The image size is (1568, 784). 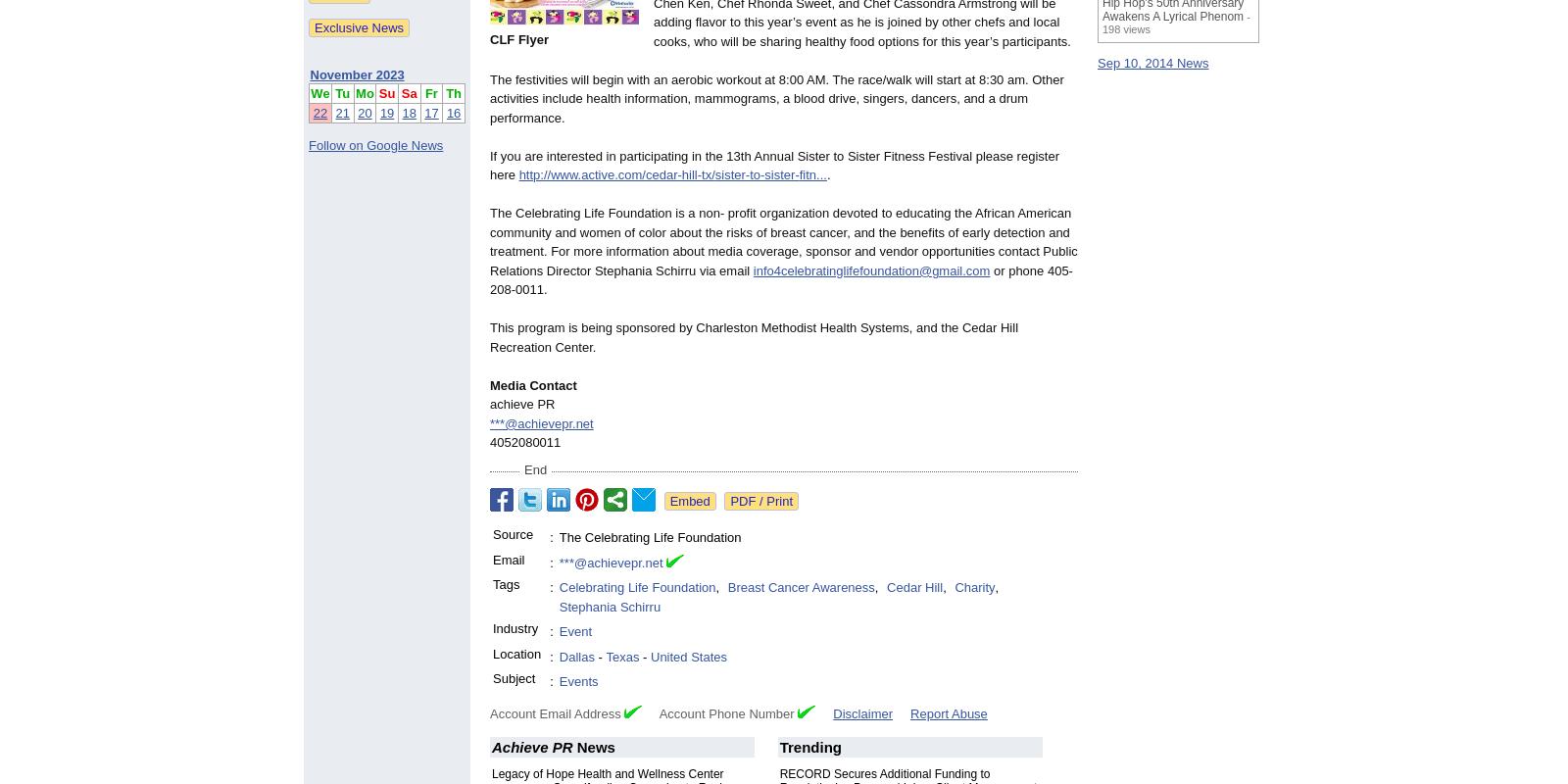 I want to click on 'Report Abuse', so click(x=948, y=711).